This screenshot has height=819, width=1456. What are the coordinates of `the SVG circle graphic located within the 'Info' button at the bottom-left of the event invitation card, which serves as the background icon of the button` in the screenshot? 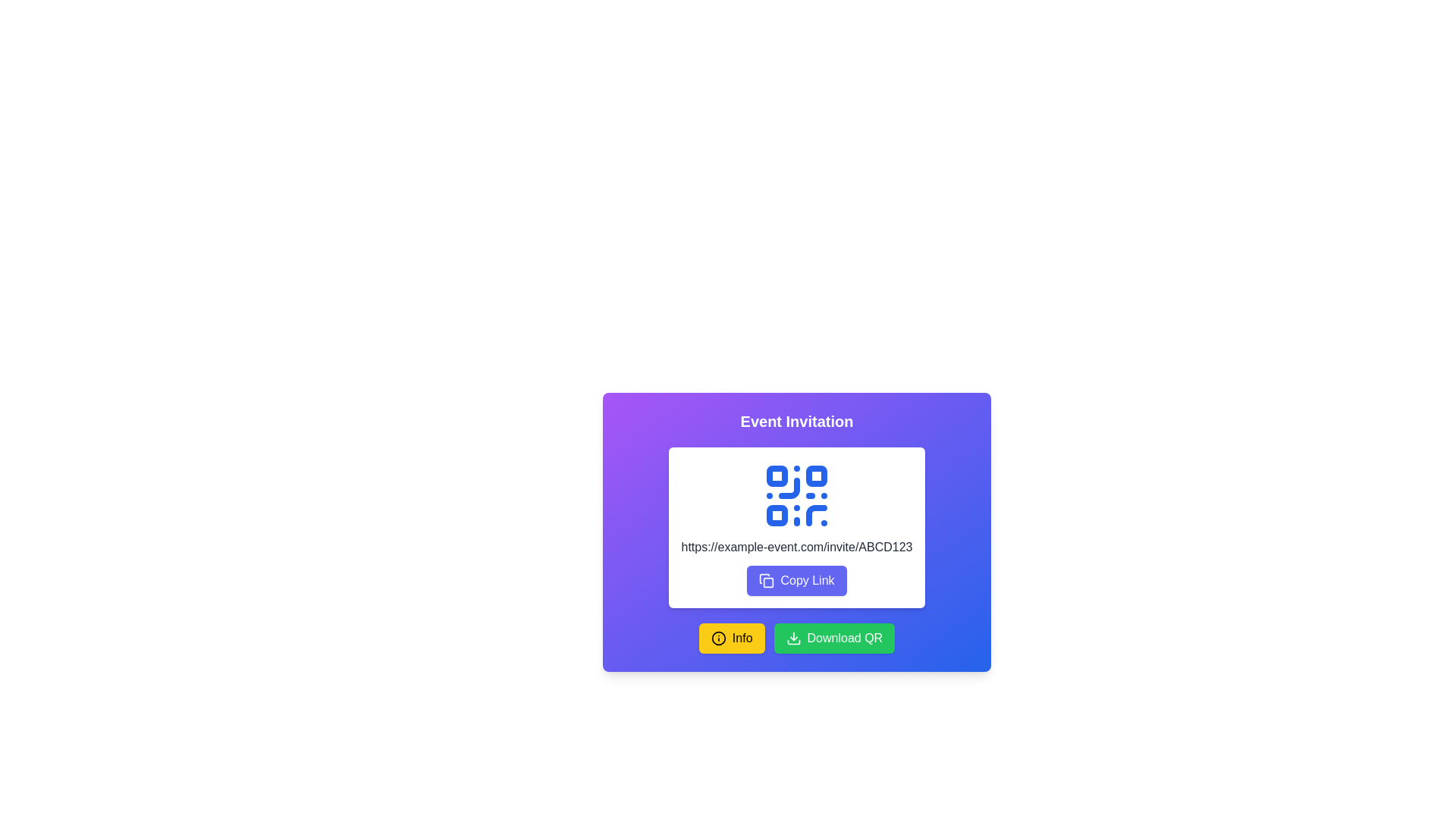 It's located at (717, 638).